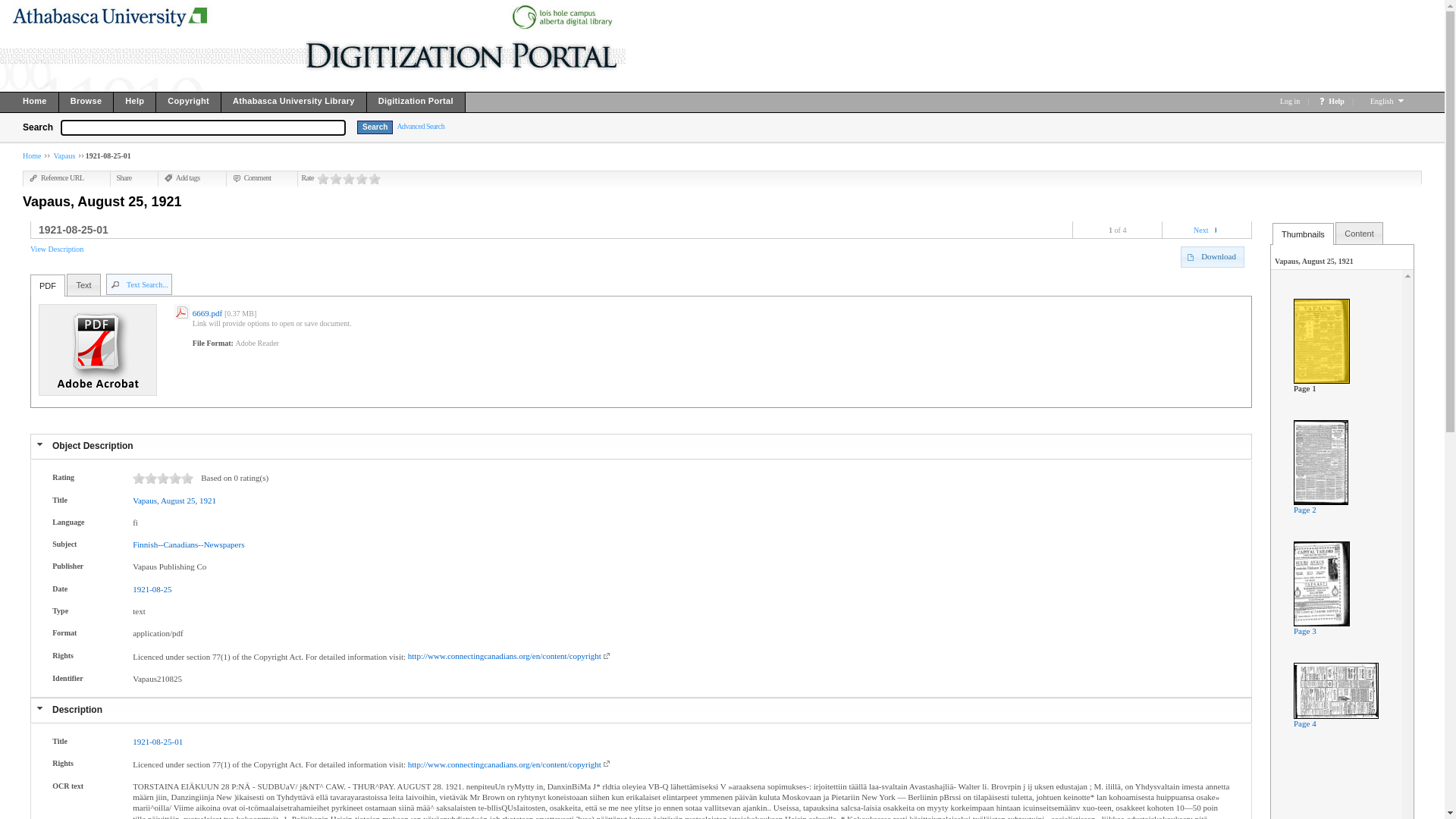 This screenshot has height=819, width=1456. I want to click on 'Copyright', so click(188, 103).